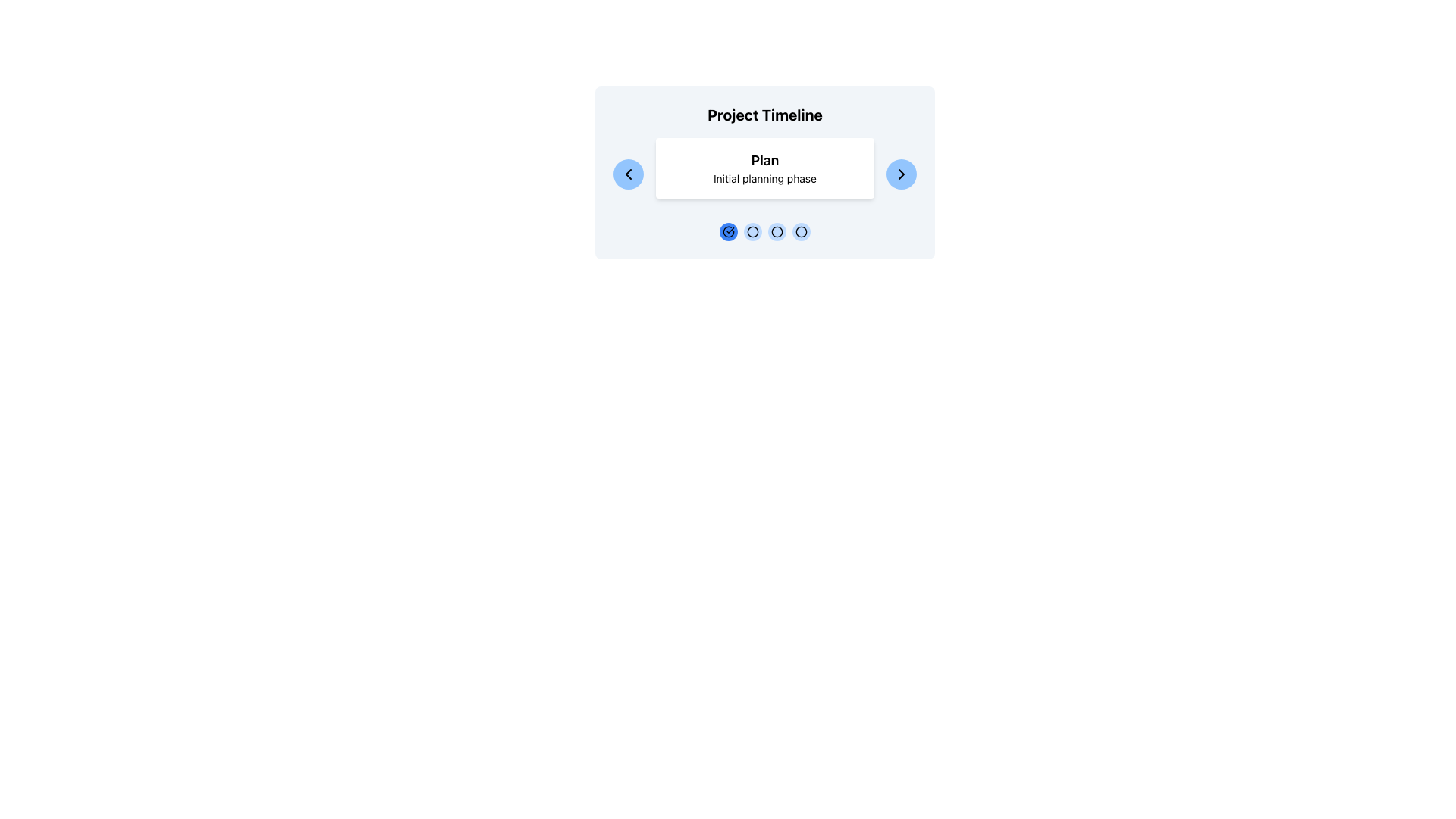 The image size is (1456, 819). What do you see at coordinates (764, 231) in the screenshot?
I see `the circular button representing the current stage in the Project Timeline navigation bar` at bounding box center [764, 231].